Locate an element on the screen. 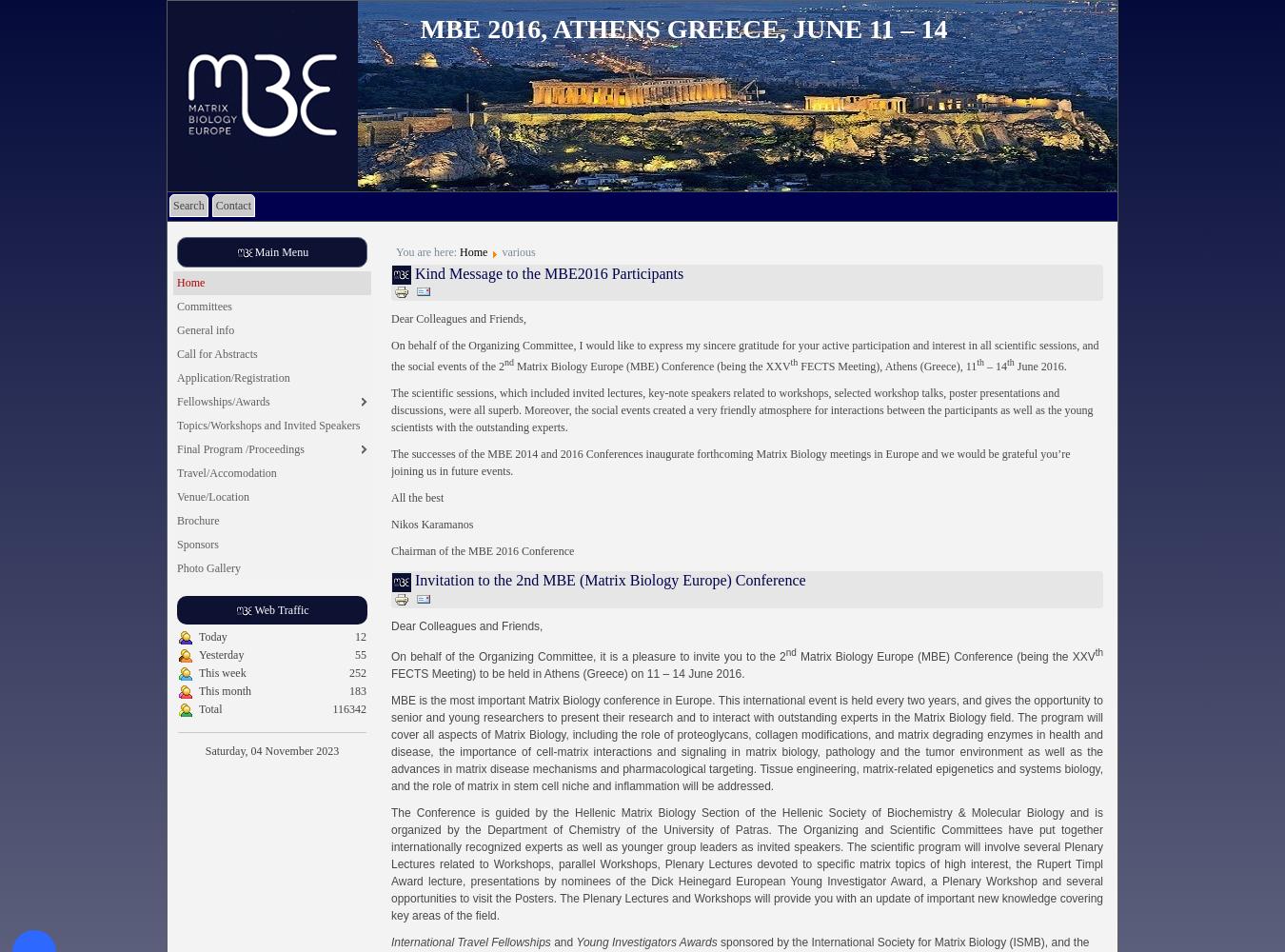  'Venue/Location' is located at coordinates (177, 497).